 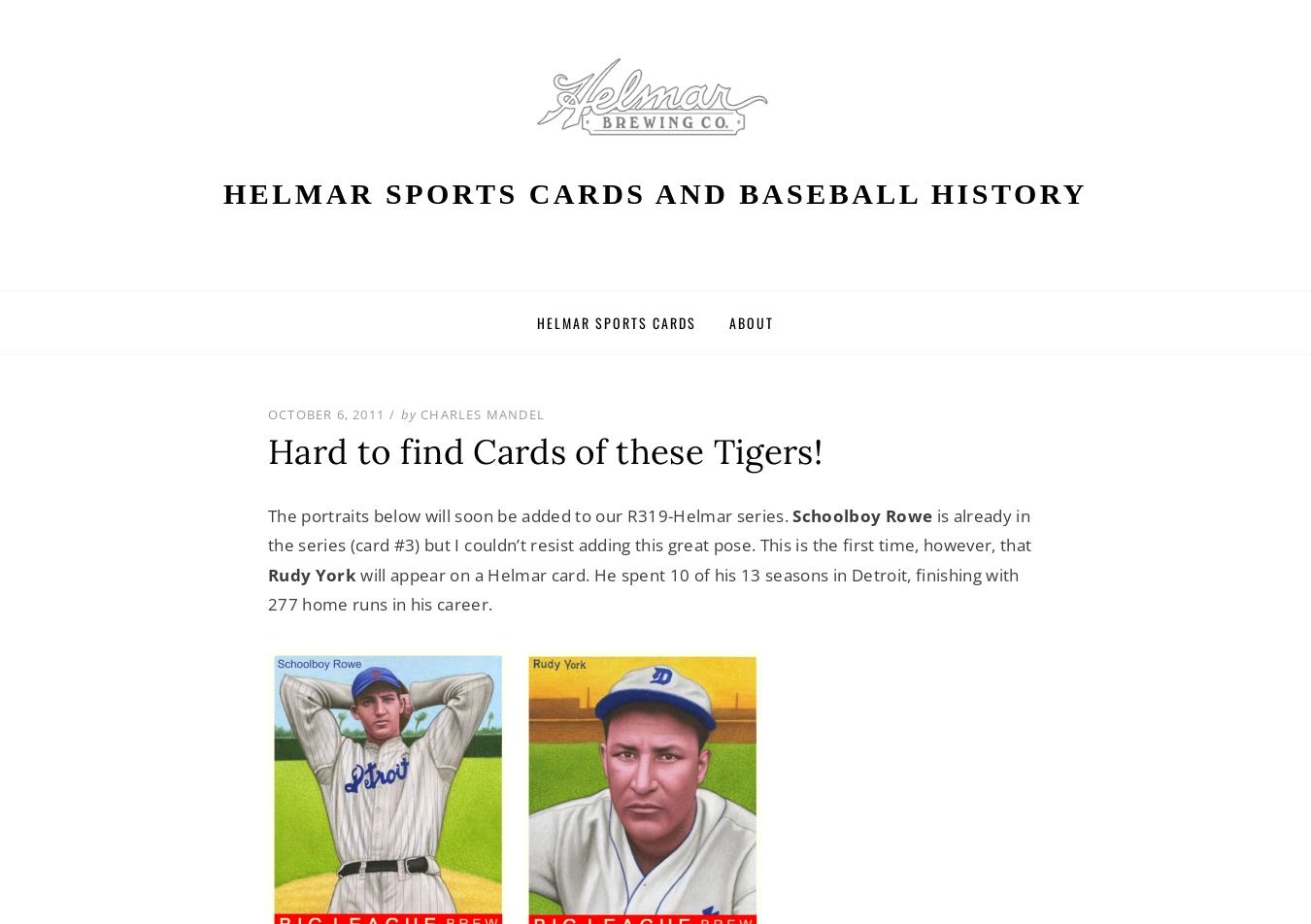 I want to click on 'Rudy York', so click(x=266, y=574).